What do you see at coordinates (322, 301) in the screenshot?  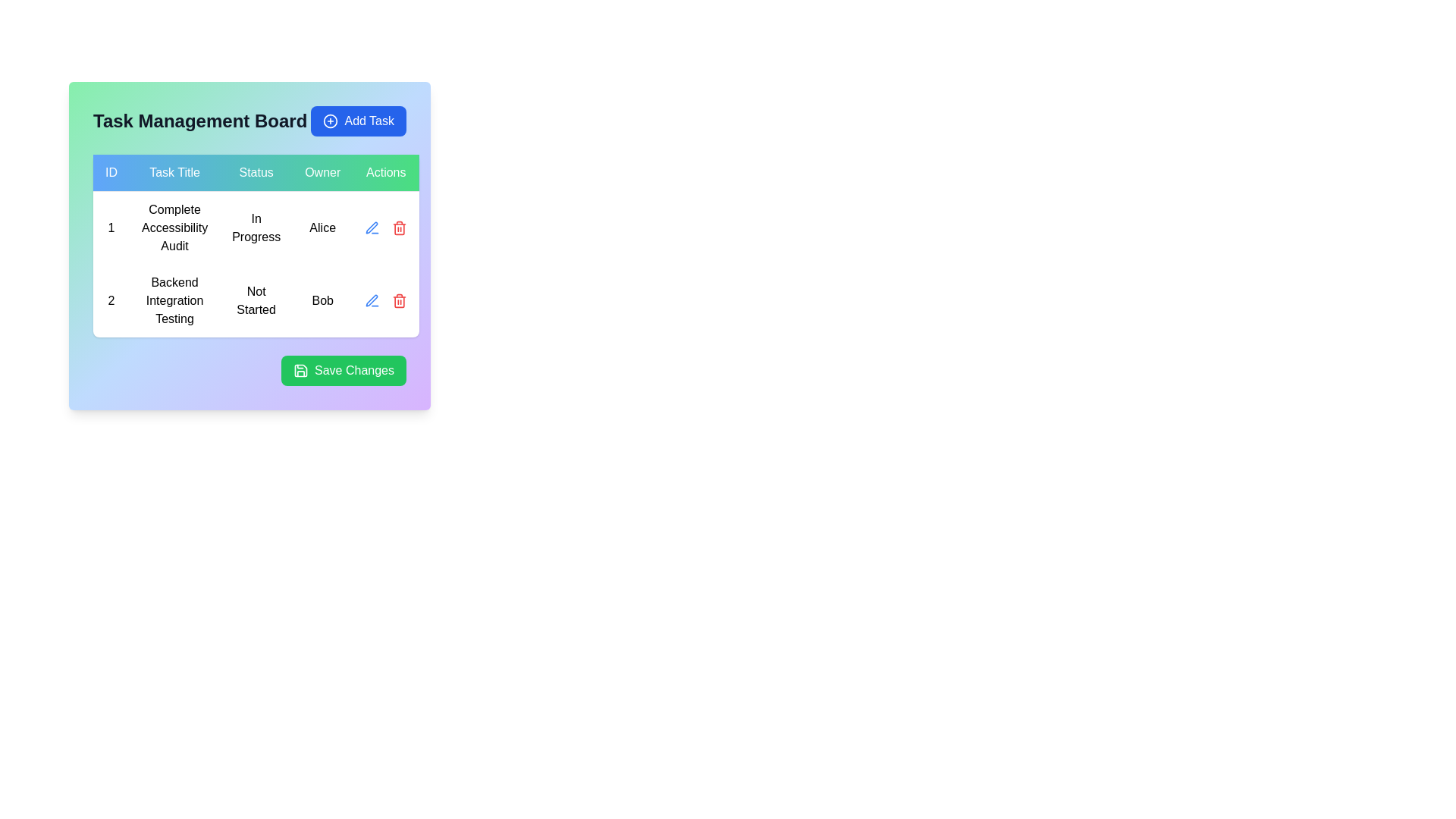 I see `the text label representing the owner of the task in the fourth column of the second row for the 'Backend Integration Testing' task` at bounding box center [322, 301].